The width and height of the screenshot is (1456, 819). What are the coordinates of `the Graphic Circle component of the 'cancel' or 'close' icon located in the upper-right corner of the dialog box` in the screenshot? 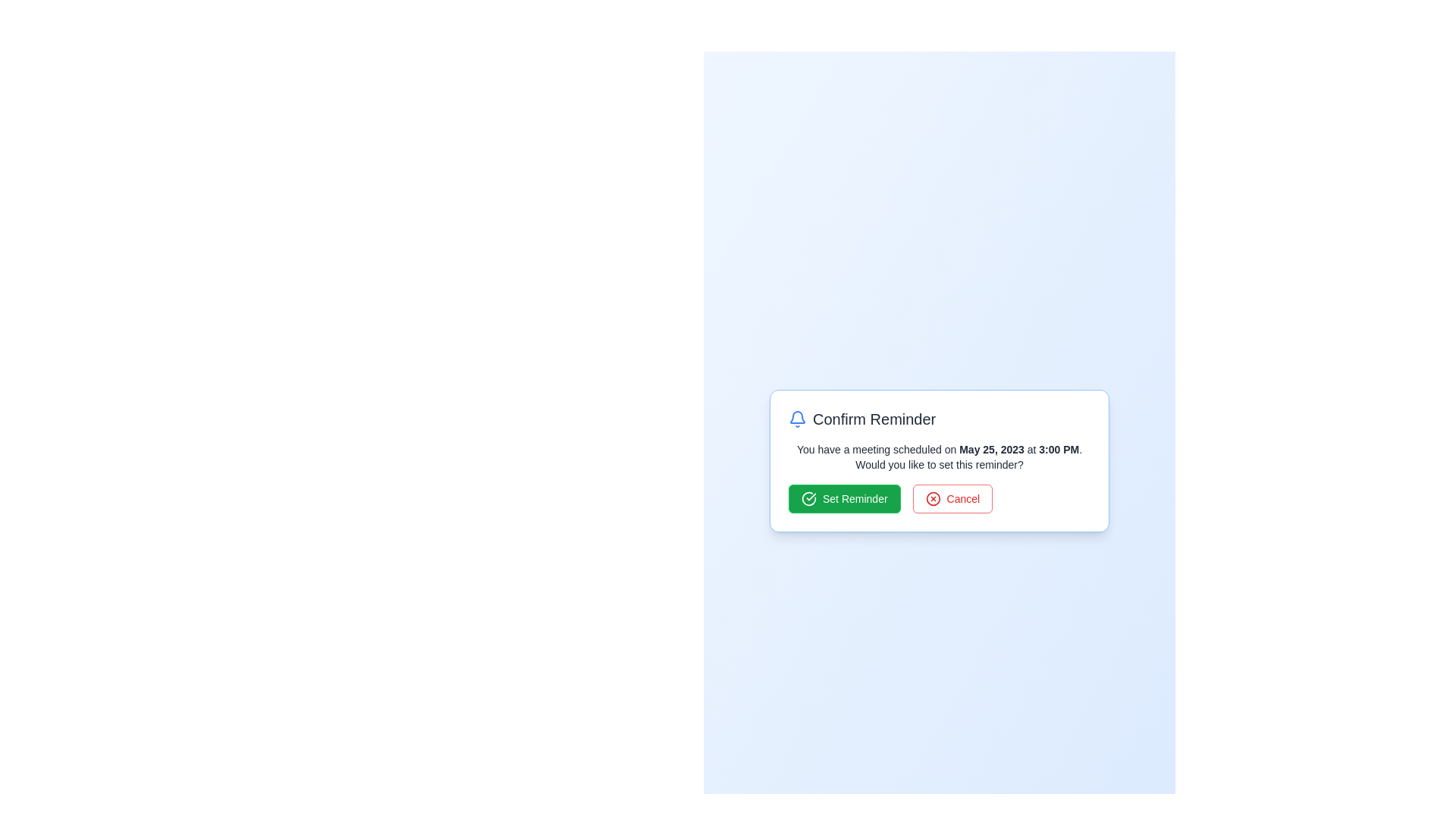 It's located at (932, 499).